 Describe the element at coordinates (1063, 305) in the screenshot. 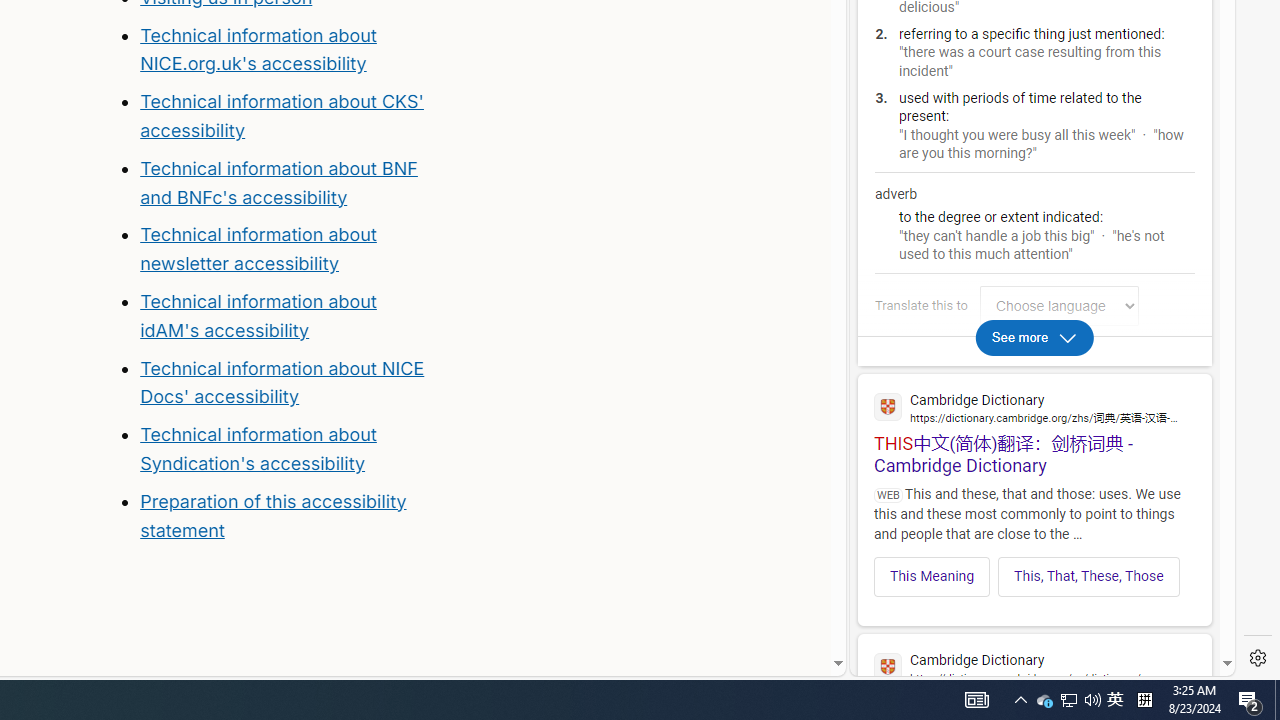

I see `'Link for logging'` at that location.